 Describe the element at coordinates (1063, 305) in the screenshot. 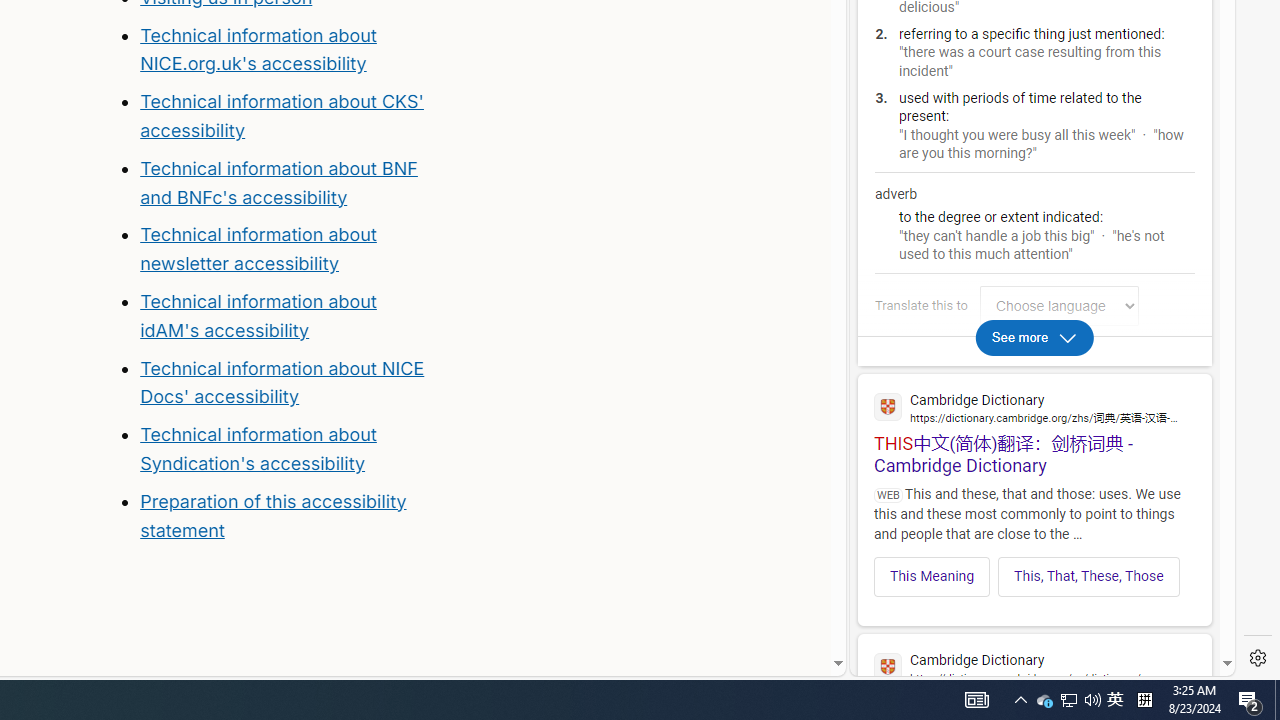

I see `'Link for logging'` at that location.